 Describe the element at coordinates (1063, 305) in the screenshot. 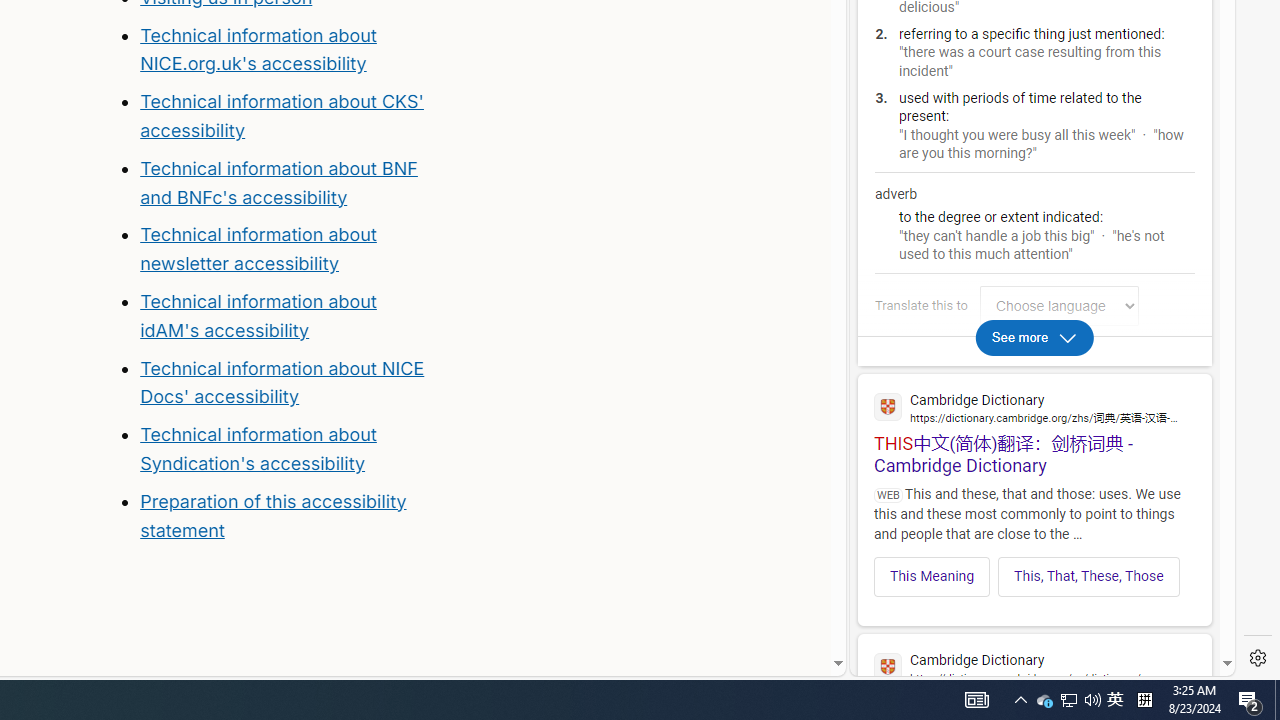

I see `'Link for logging'` at that location.